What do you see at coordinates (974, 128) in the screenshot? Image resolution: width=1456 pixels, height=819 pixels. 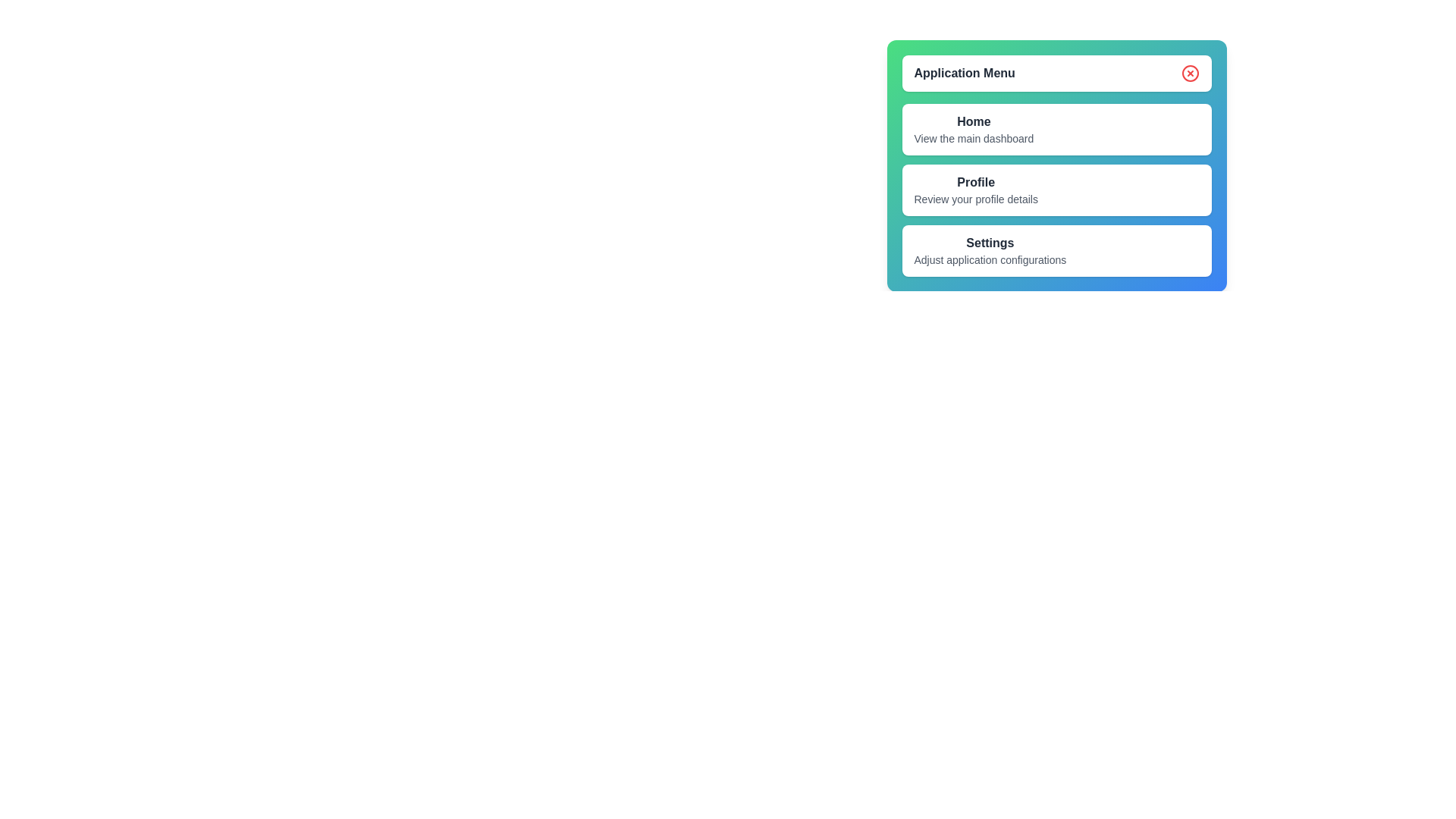 I see `the menu item Home to navigate to its section` at bounding box center [974, 128].